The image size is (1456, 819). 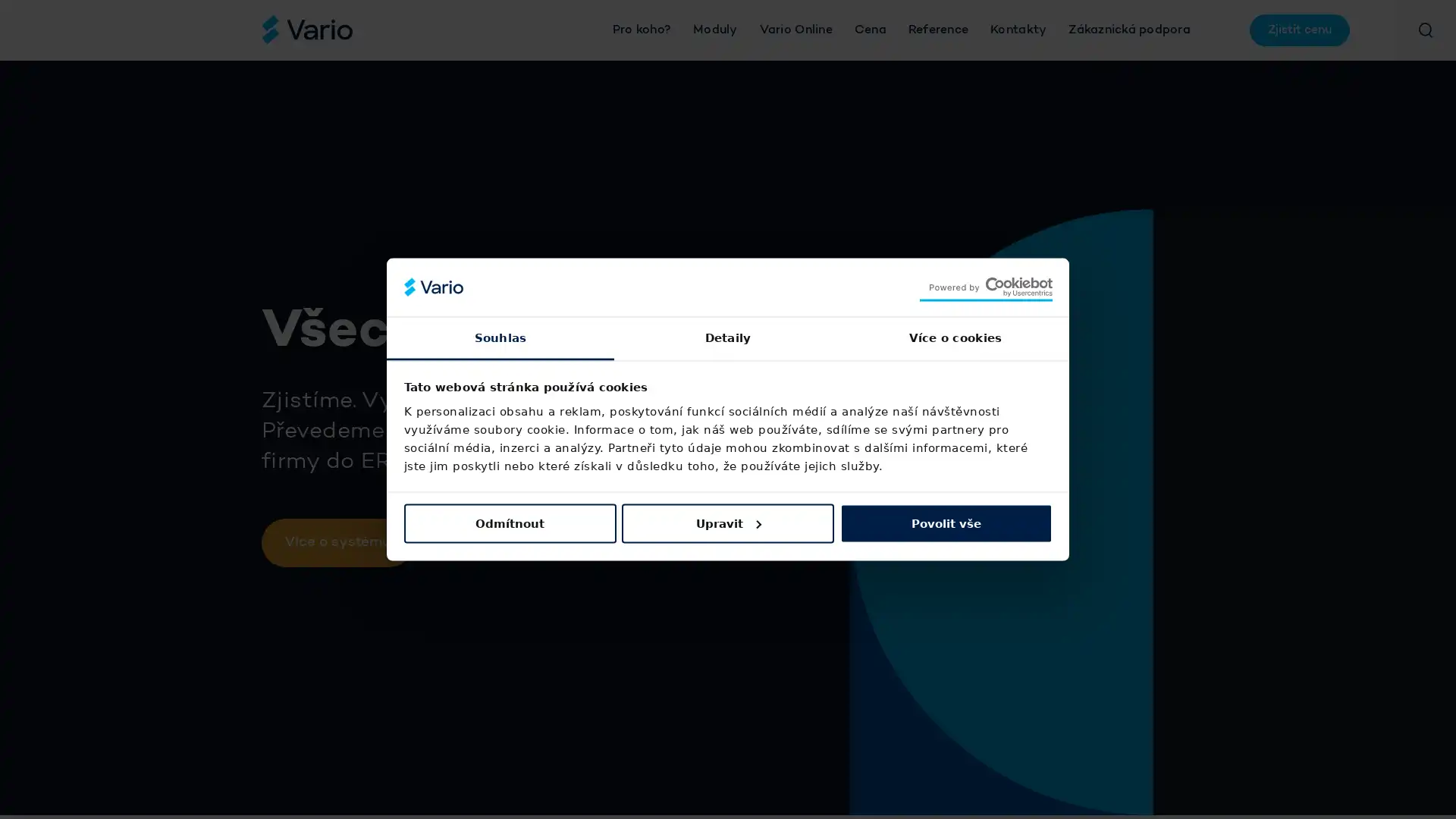 What do you see at coordinates (728, 522) in the screenshot?
I see `Upravit` at bounding box center [728, 522].